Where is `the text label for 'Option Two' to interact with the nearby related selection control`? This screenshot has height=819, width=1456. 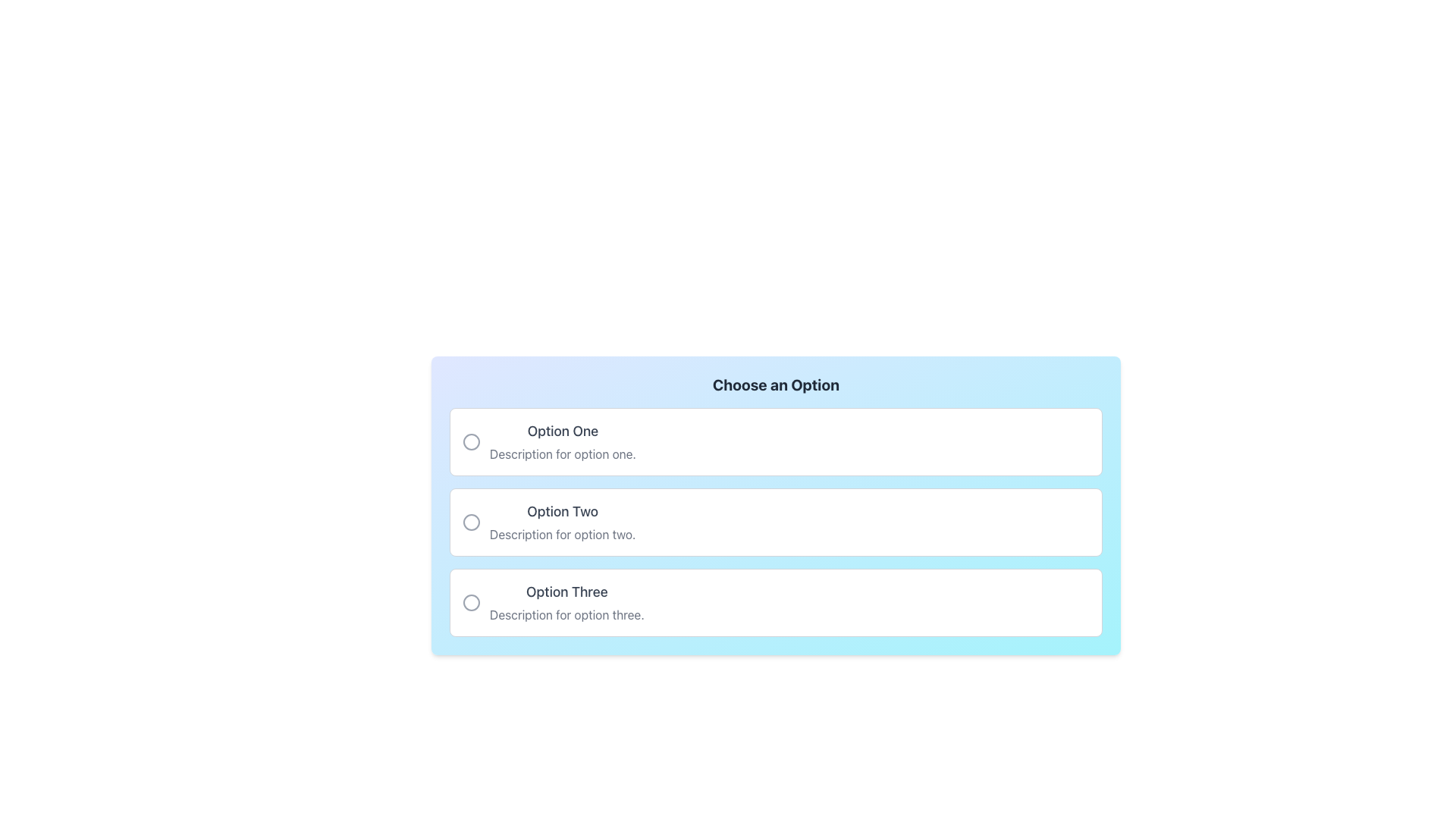
the text label for 'Option Two' to interact with the nearby related selection control is located at coordinates (562, 512).